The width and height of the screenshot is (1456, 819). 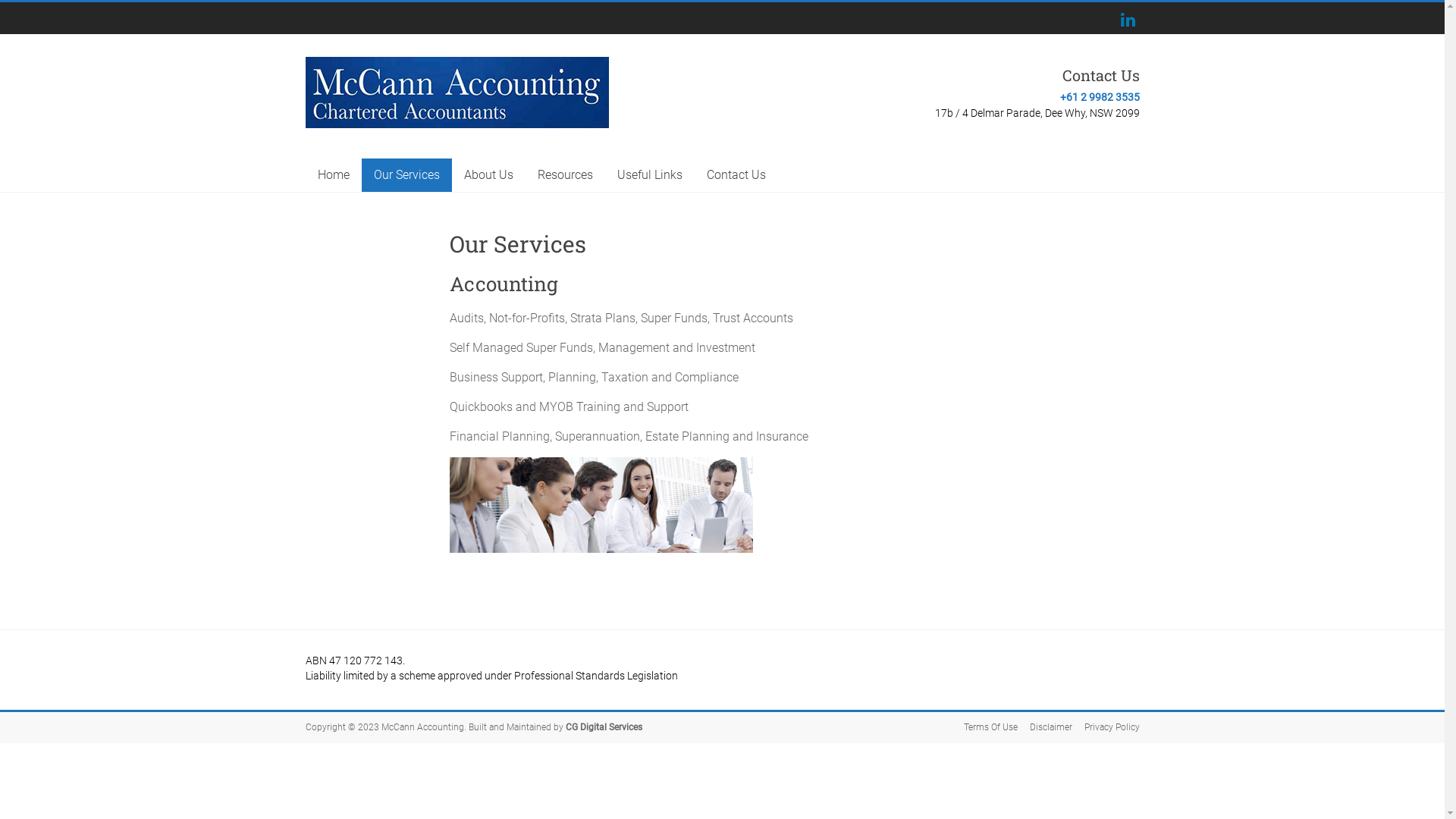 I want to click on 'McCann Accounting', so click(x=379, y=92).